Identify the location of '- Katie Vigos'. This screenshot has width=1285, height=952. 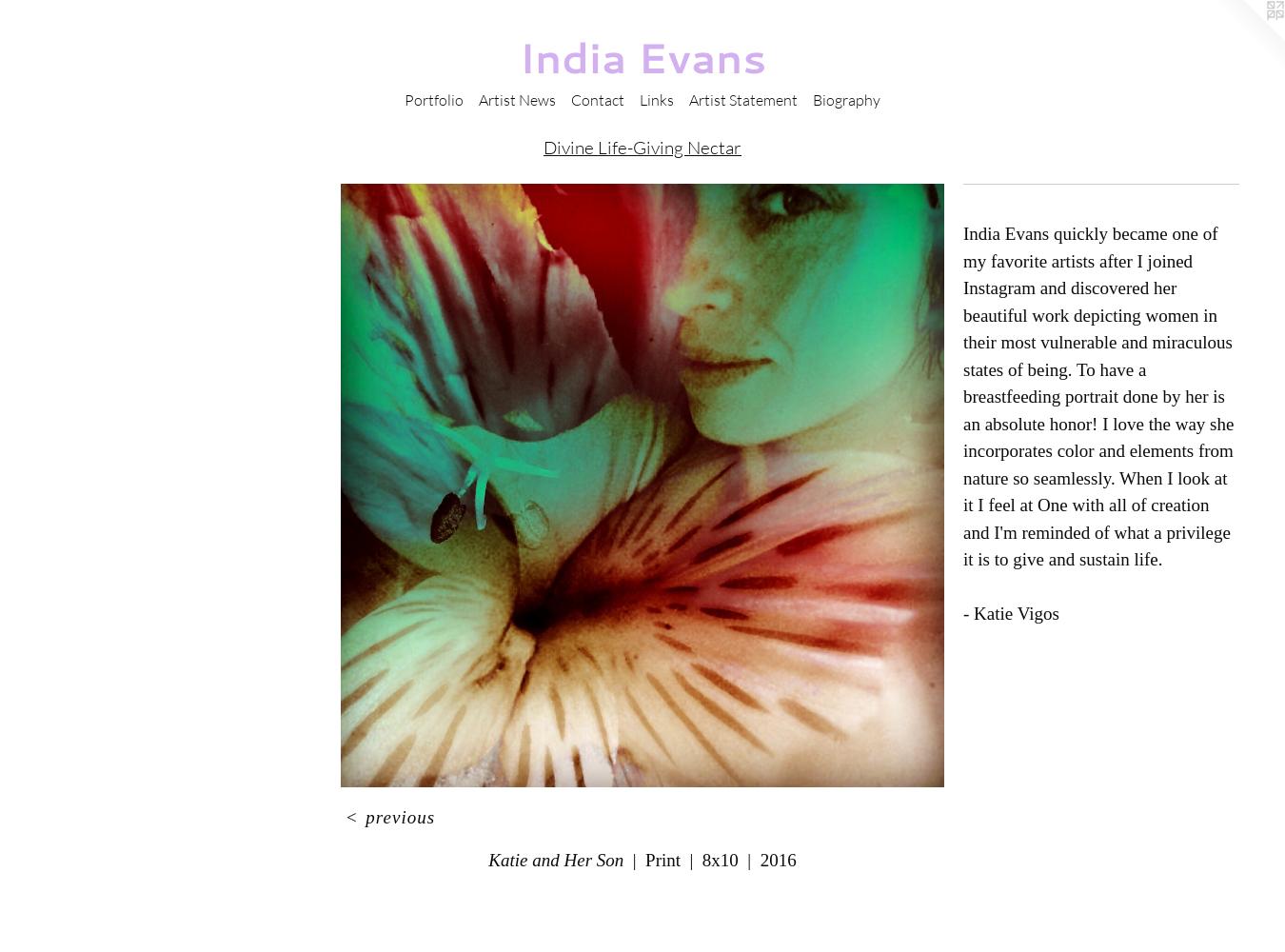
(1011, 613).